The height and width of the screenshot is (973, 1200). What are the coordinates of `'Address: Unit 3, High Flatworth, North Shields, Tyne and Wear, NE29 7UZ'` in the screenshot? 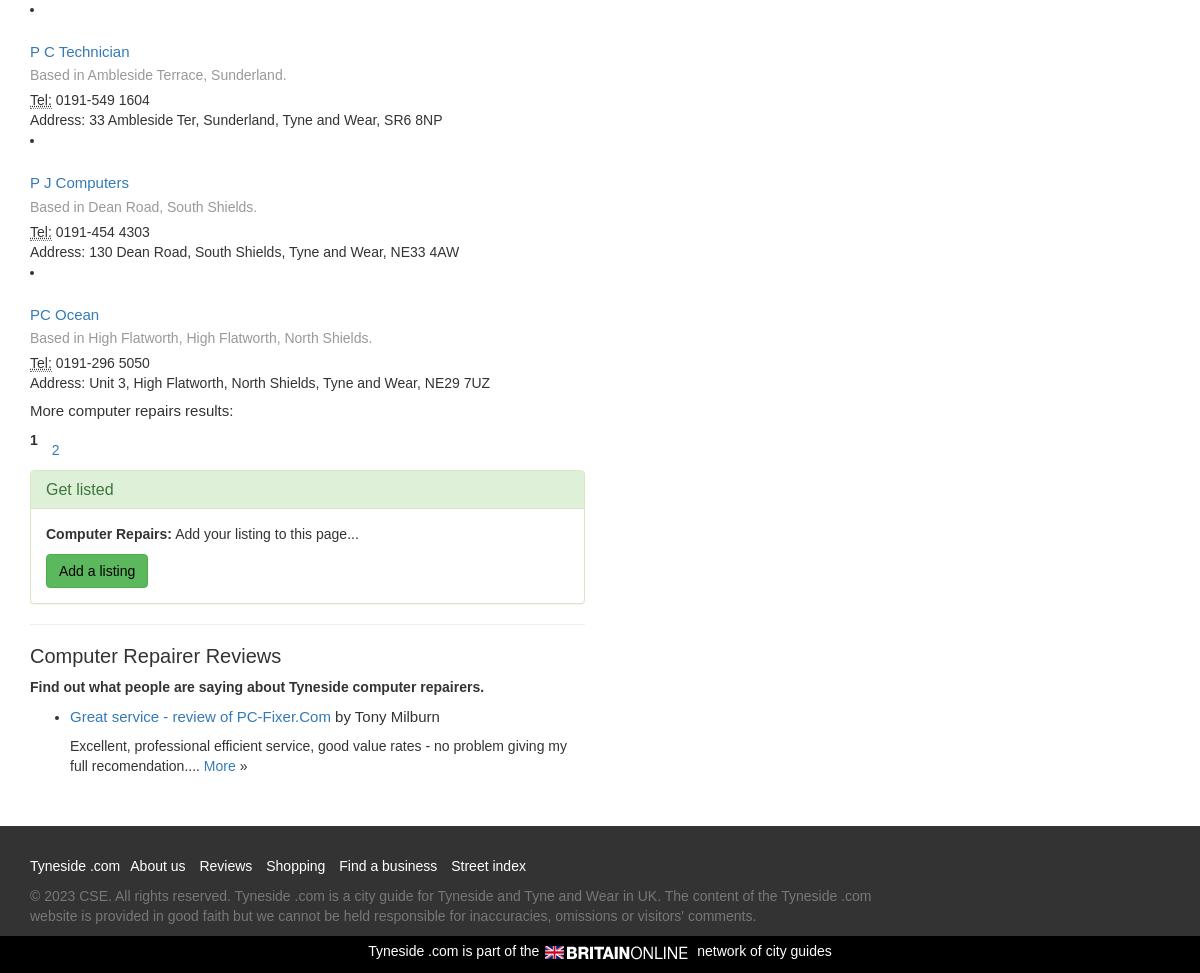 It's located at (259, 381).